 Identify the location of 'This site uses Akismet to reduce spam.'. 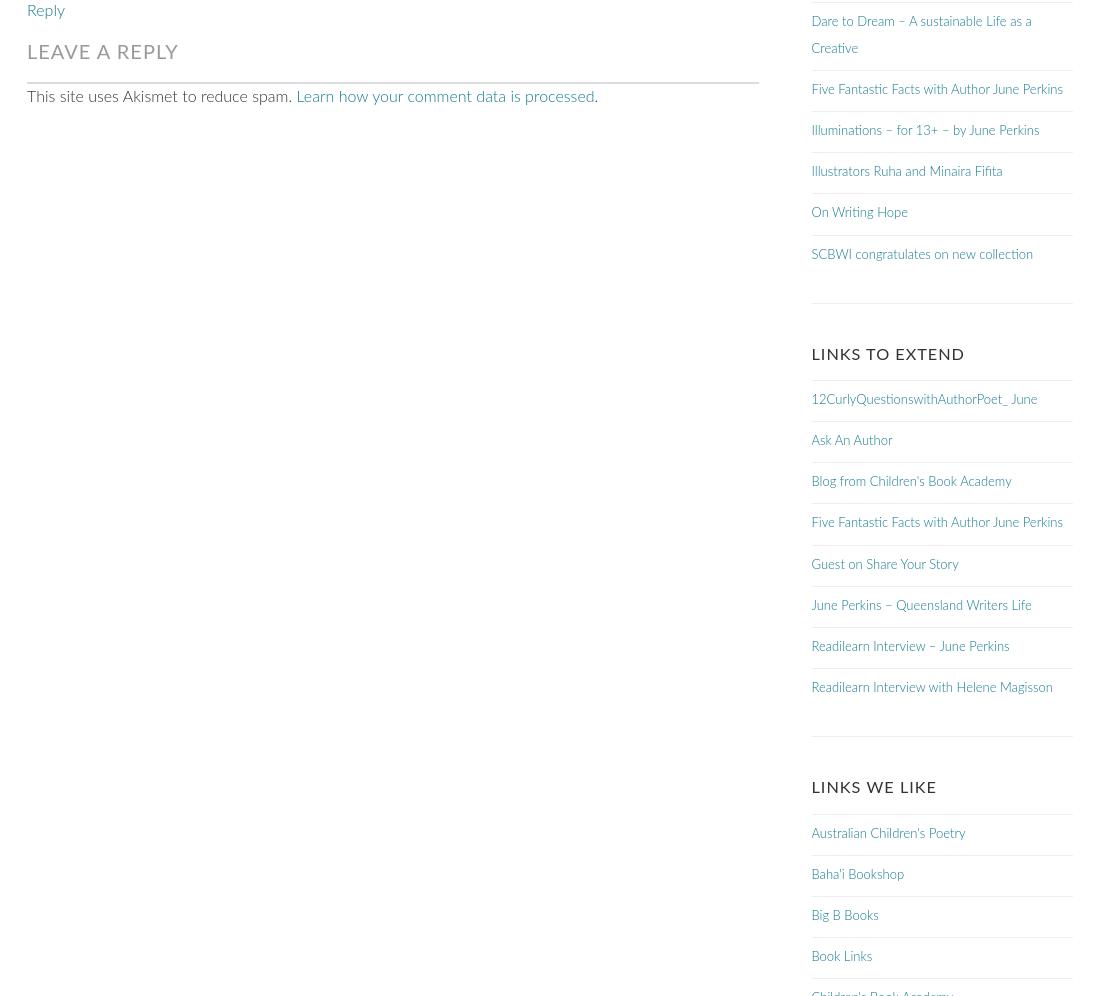
(160, 97).